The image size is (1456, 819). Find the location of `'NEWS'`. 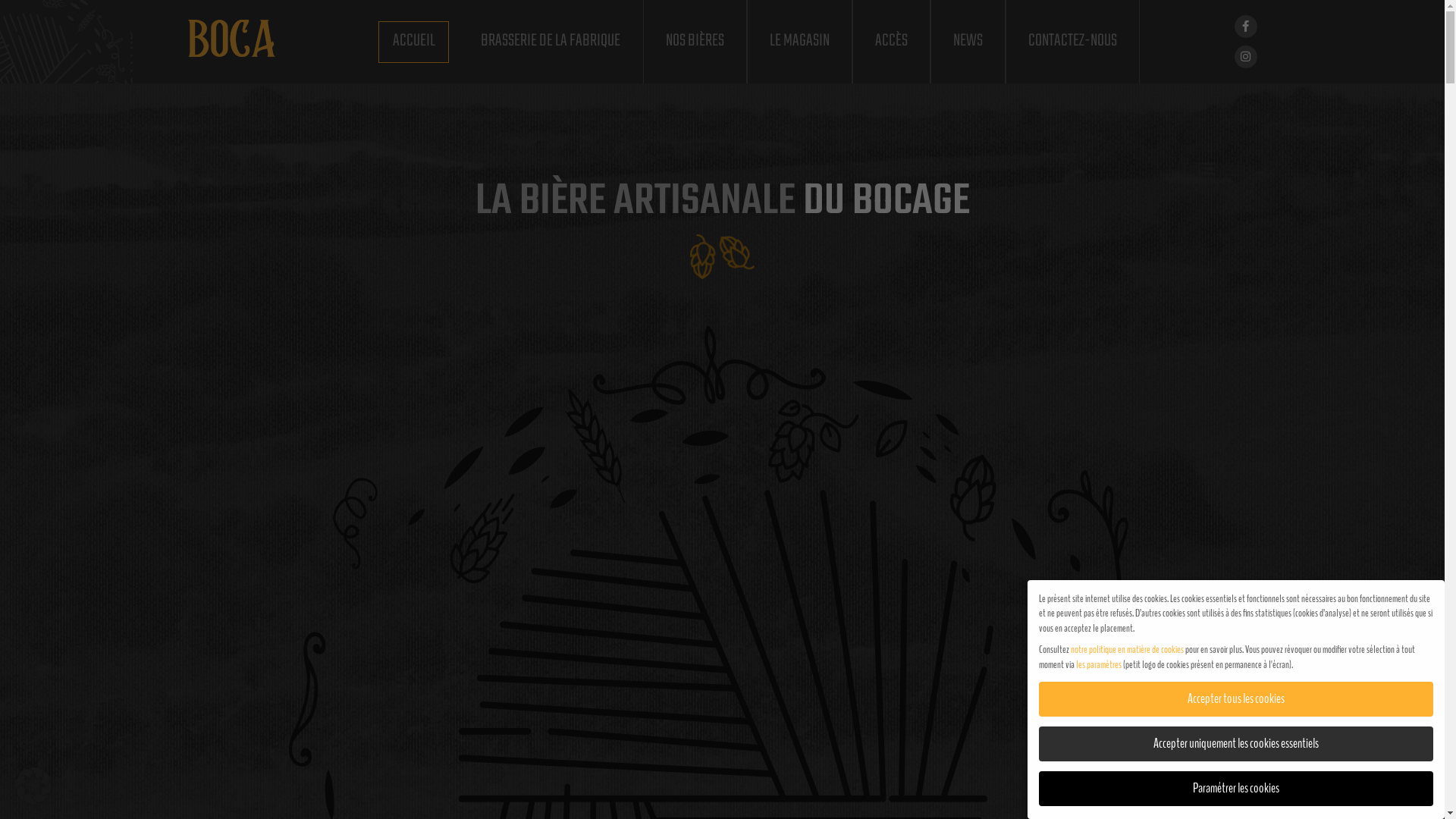

'NEWS' is located at coordinates (966, 40).